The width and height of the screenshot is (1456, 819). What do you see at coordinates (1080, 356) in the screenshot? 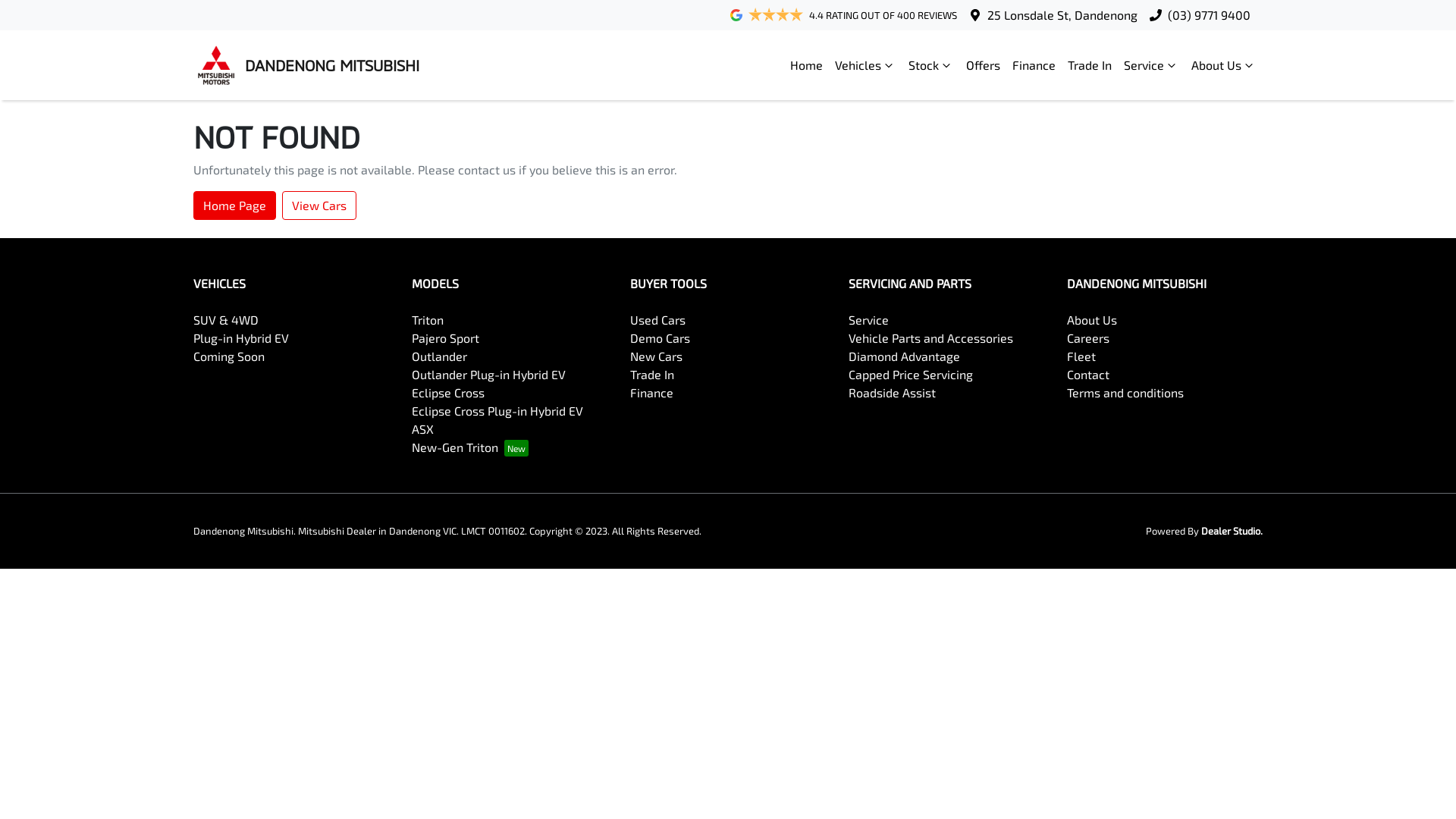
I see `'Fleet'` at bounding box center [1080, 356].